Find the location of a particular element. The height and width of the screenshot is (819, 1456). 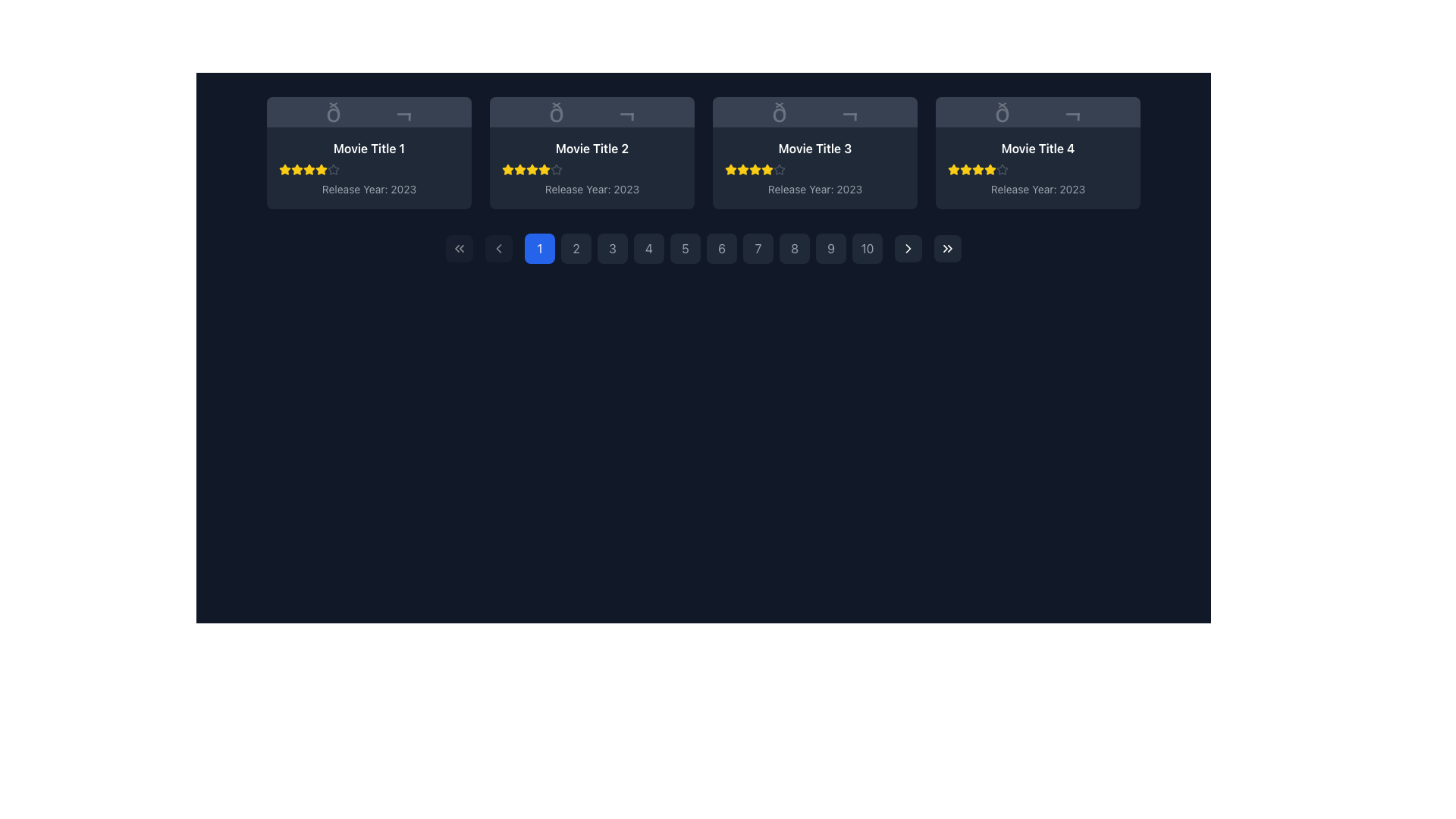

the square button with rounded corners displaying the number '9' is located at coordinates (830, 247).